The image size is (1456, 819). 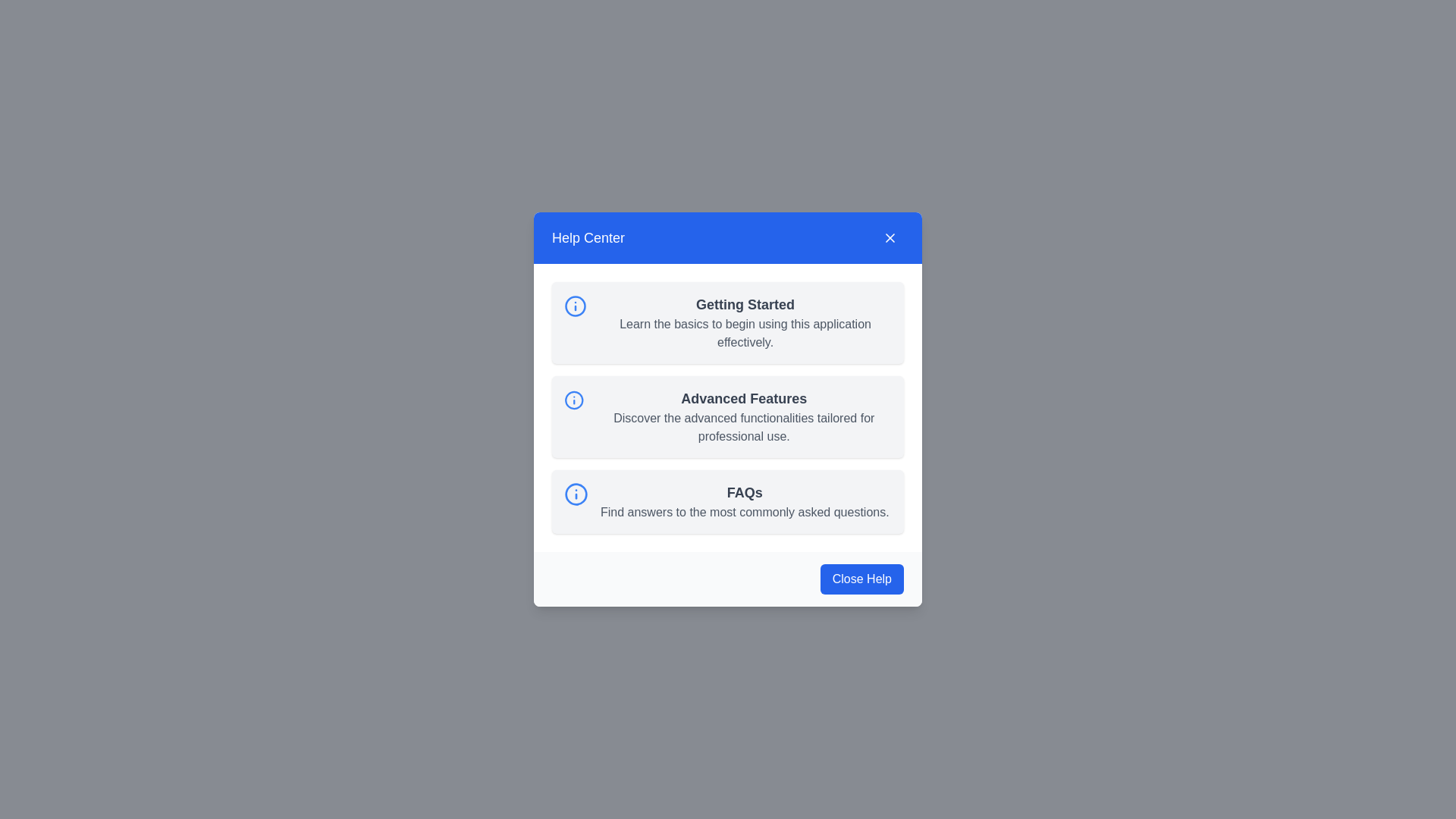 I want to click on the static text element that describes how to effectively use the application, located below the 'Getting Started' header in the dialog box with a light gray background and a blue header, so click(x=745, y=332).